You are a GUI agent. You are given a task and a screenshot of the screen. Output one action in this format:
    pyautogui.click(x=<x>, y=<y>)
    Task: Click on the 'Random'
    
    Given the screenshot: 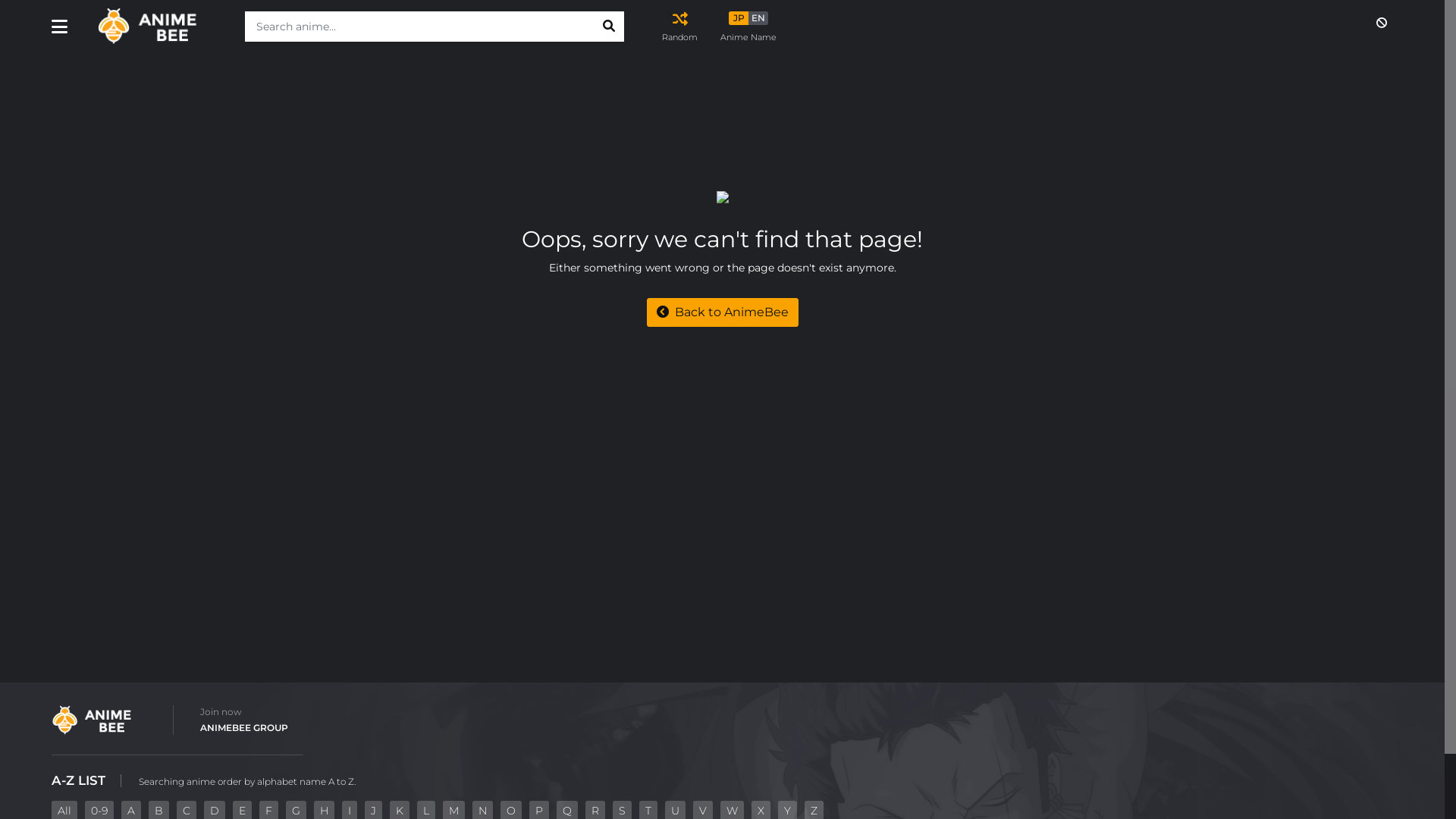 What is the action you would take?
    pyautogui.click(x=662, y=26)
    